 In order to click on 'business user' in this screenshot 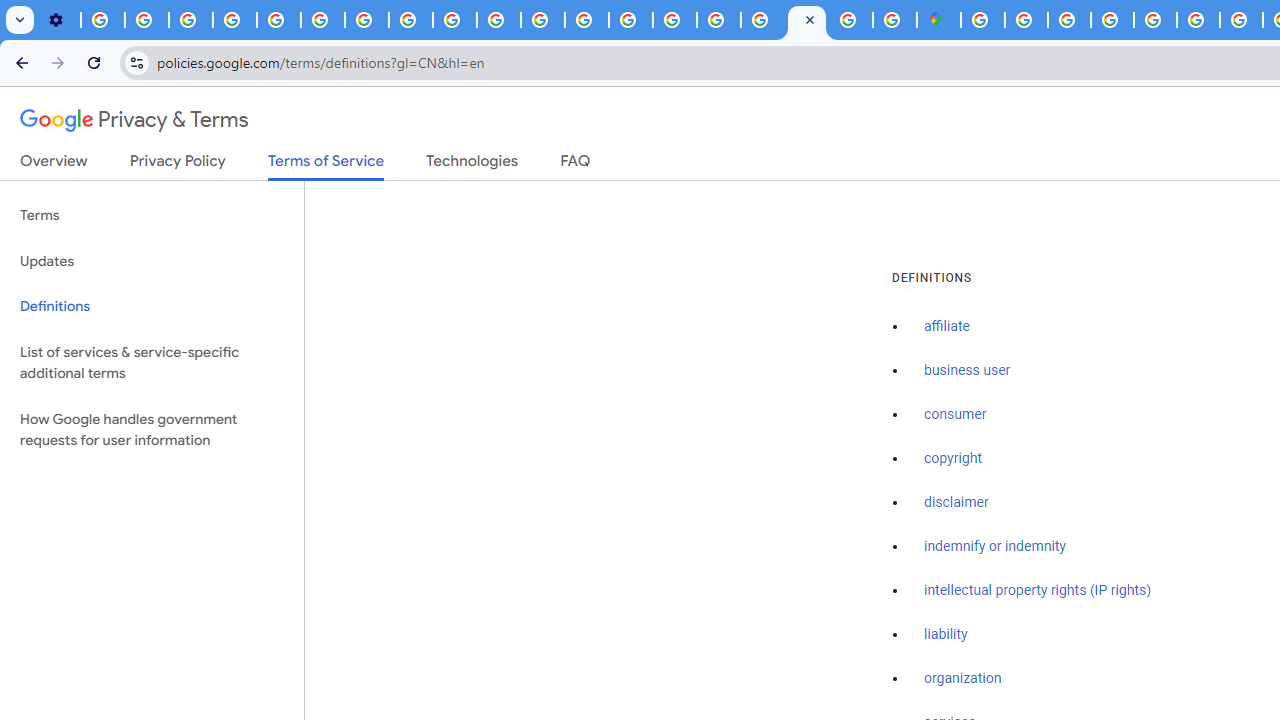, I will do `click(967, 371)`.